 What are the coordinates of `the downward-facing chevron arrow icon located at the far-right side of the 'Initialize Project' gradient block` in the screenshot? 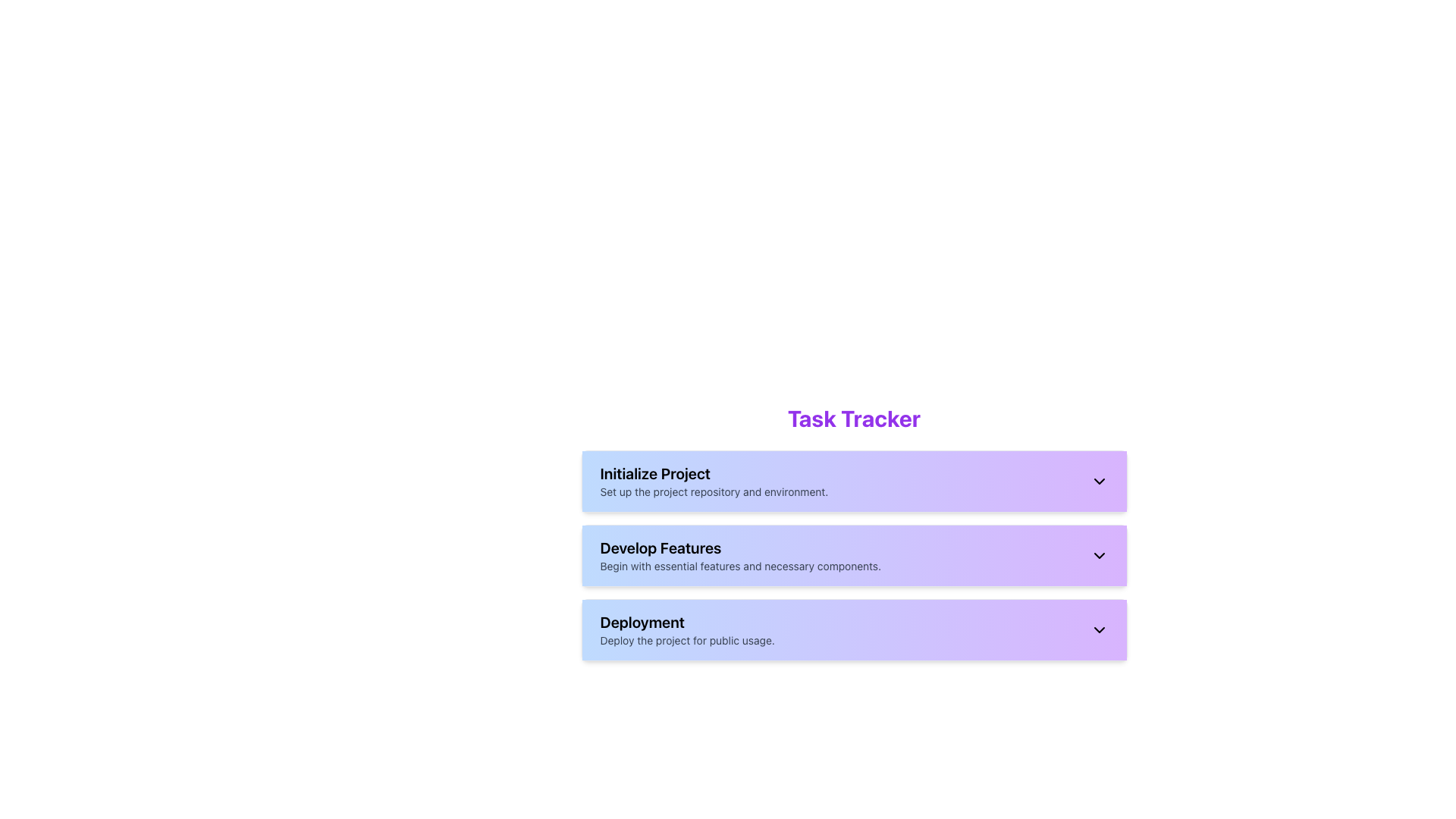 It's located at (1099, 482).